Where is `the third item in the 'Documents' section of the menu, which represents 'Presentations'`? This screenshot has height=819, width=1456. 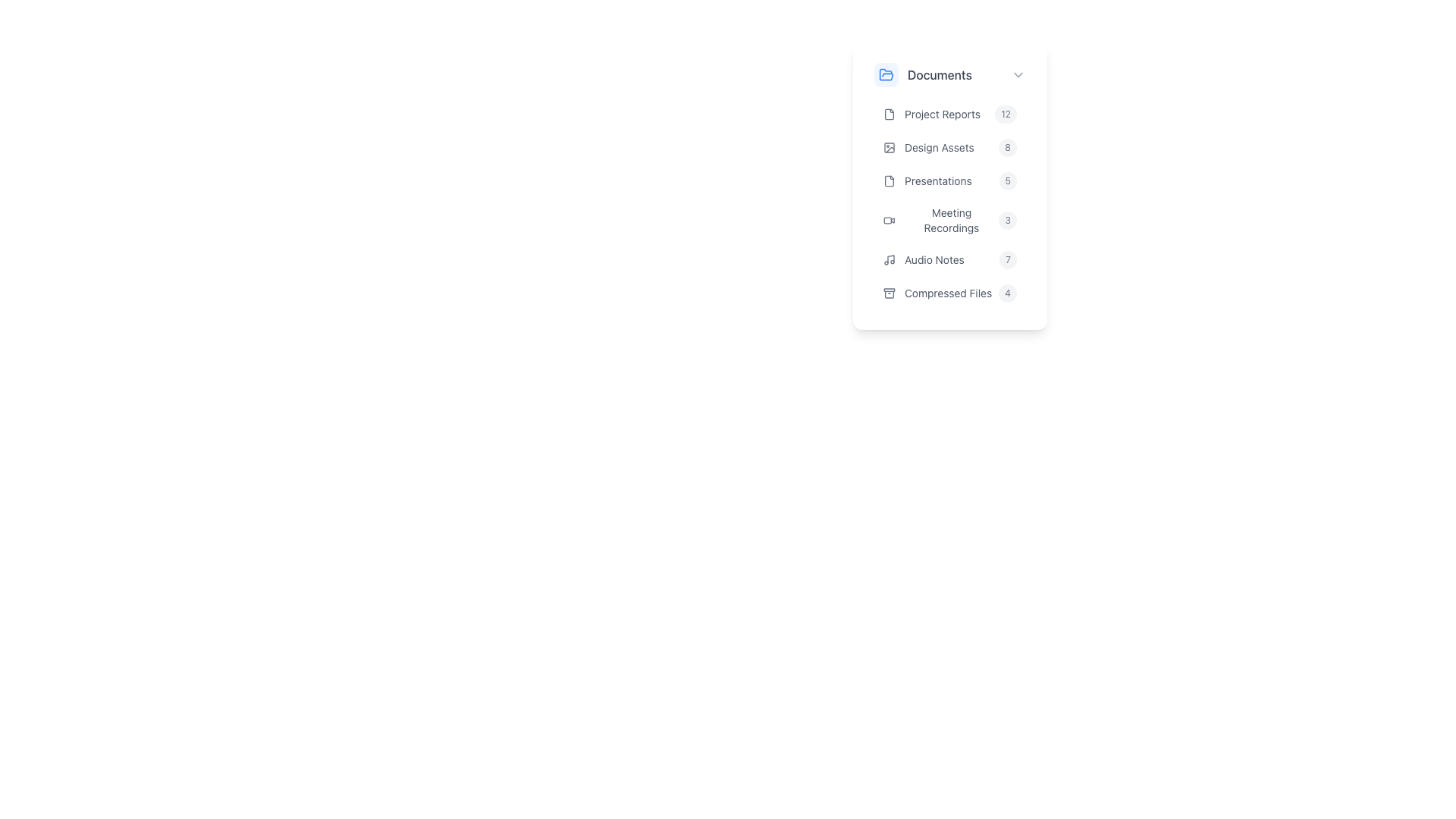 the third item in the 'Documents' section of the menu, which represents 'Presentations' is located at coordinates (949, 180).